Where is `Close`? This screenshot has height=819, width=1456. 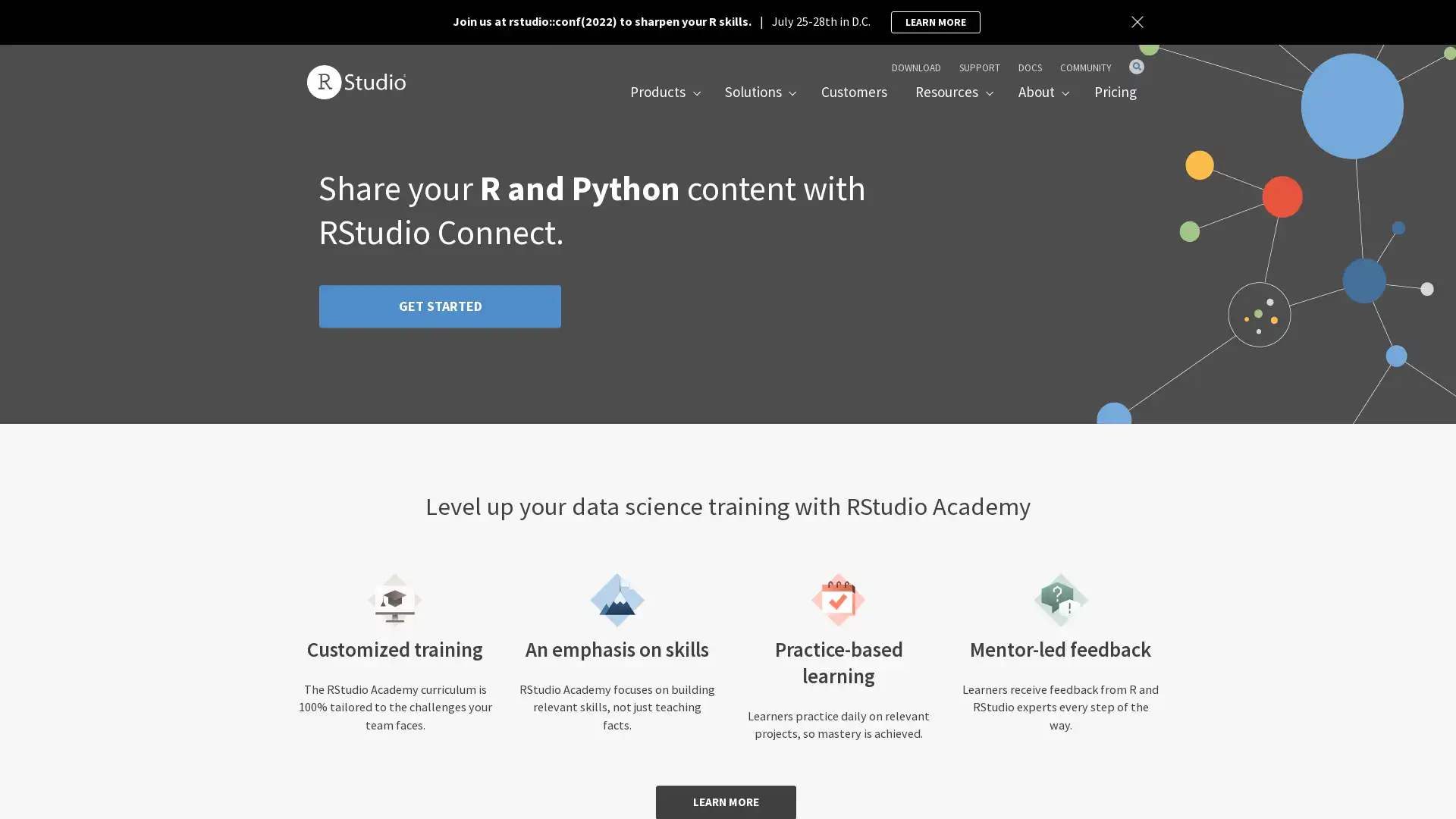 Close is located at coordinates (1139, 22).